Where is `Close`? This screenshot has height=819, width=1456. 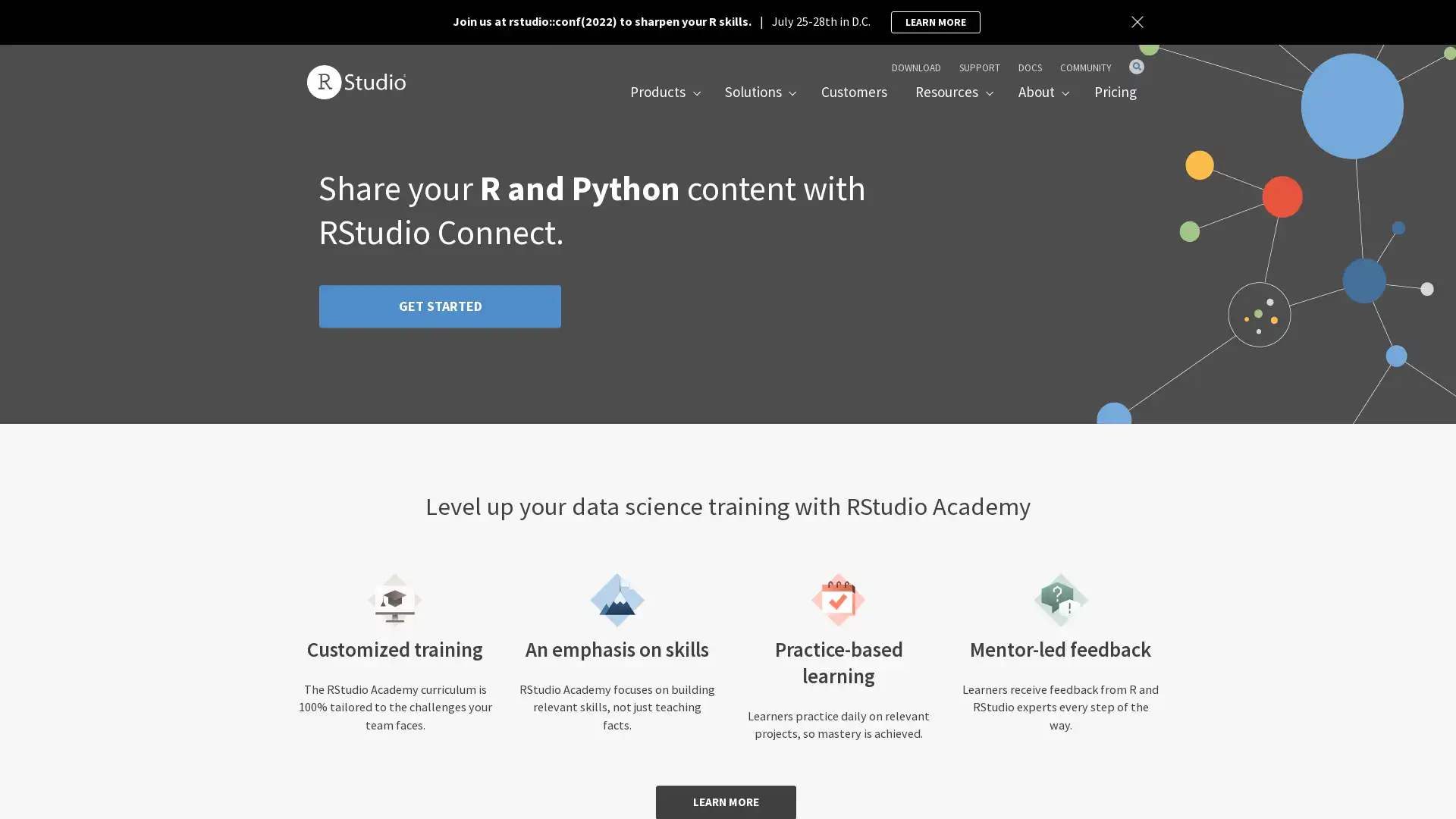 Close is located at coordinates (1139, 22).